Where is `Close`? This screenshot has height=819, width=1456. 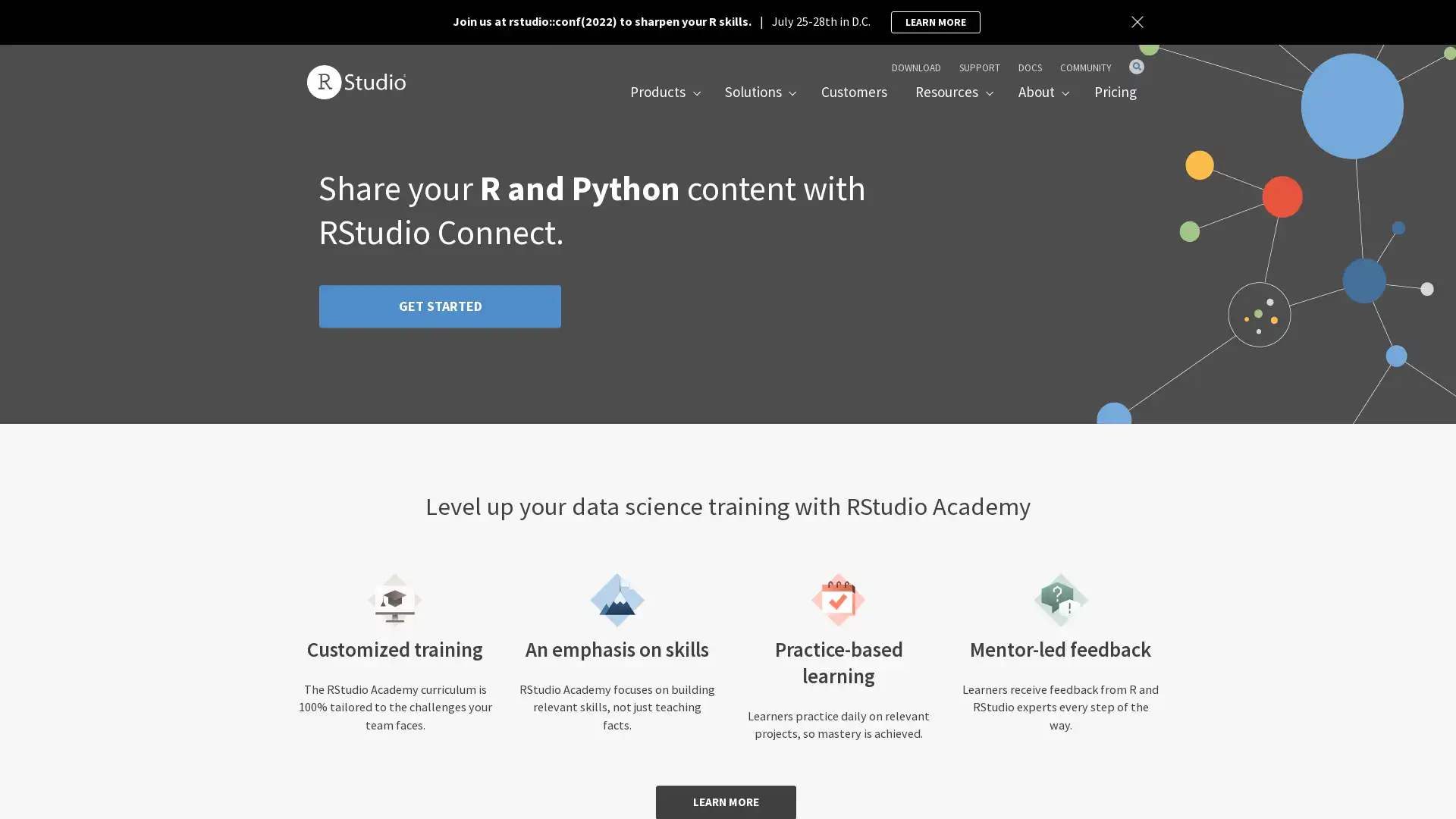 Close is located at coordinates (1139, 22).